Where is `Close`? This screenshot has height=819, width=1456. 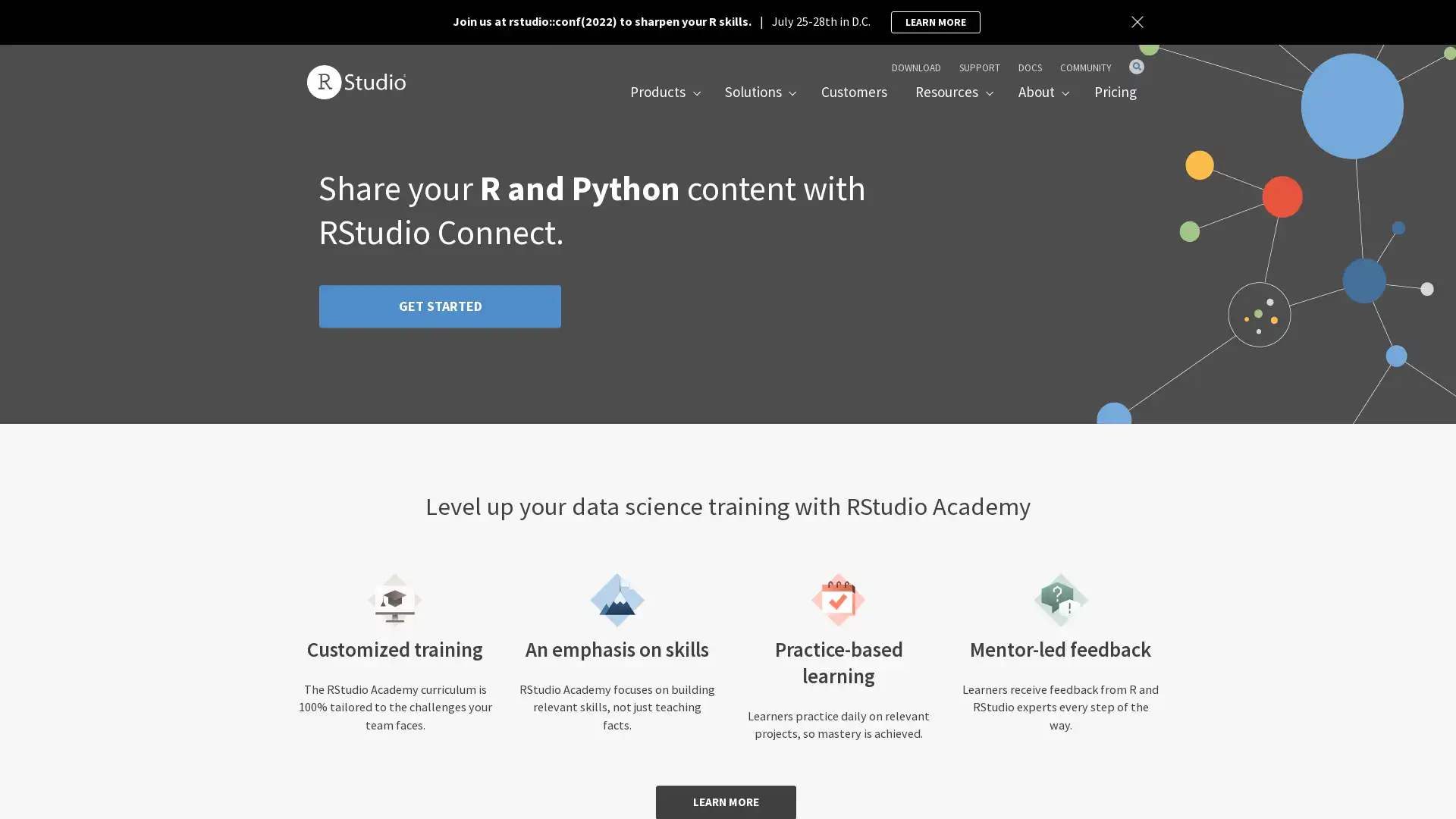 Close is located at coordinates (1139, 22).